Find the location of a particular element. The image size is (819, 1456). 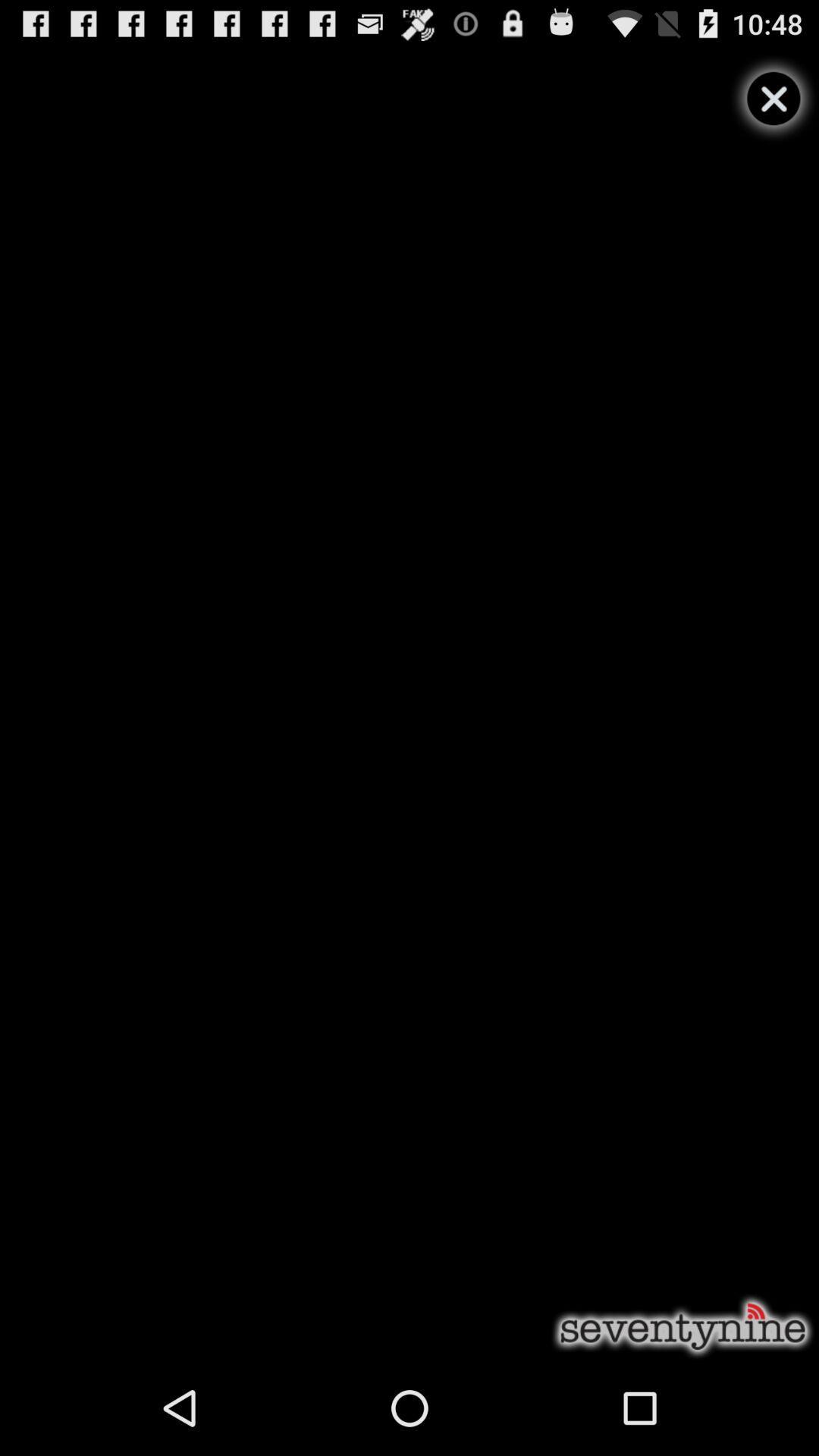

this is located at coordinates (773, 98).